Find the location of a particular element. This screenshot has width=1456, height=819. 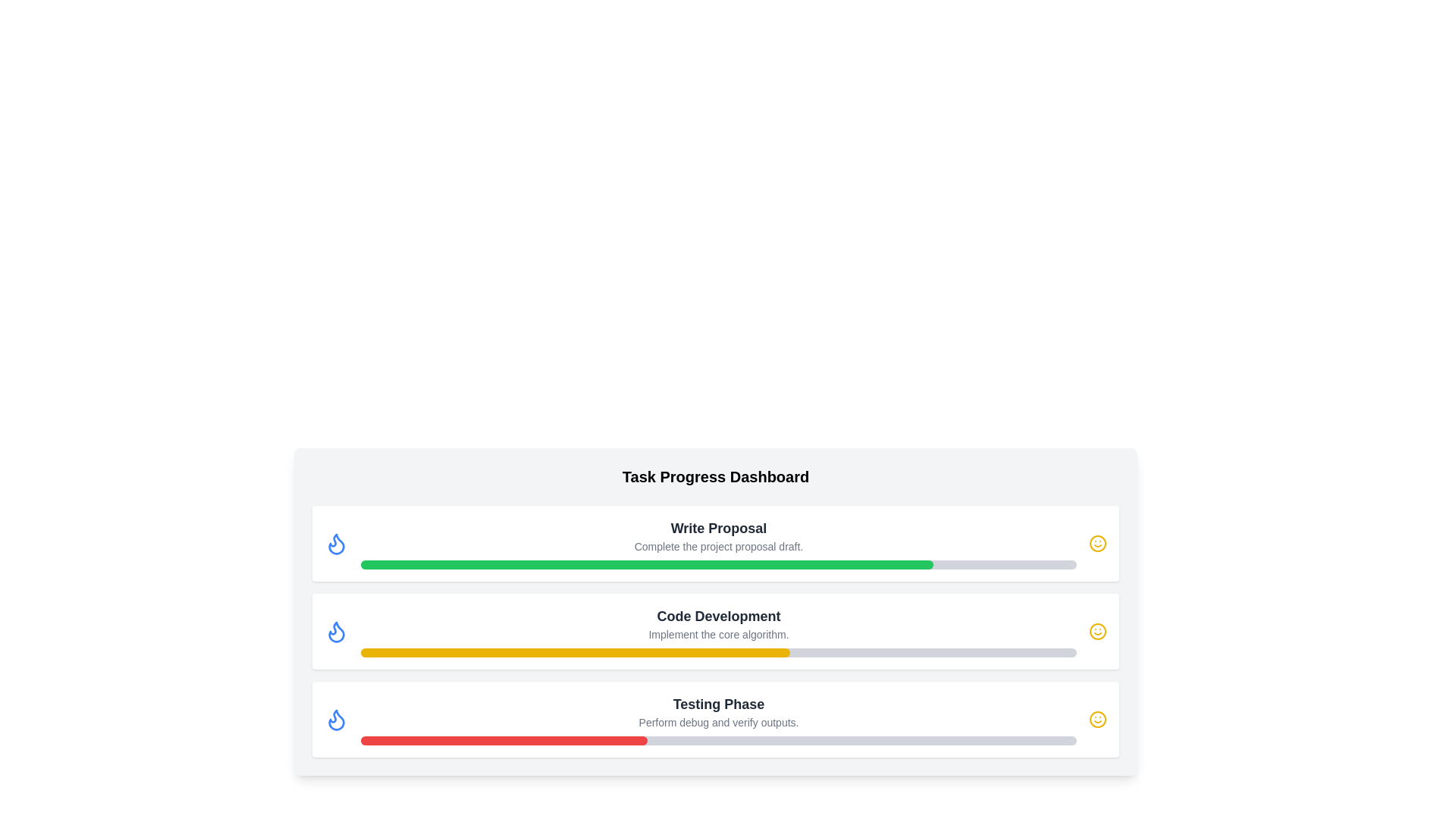

the center circle of the smiley face icon, which indicates task status in the 'Testing Phase' row of the task dashboard is located at coordinates (1098, 543).